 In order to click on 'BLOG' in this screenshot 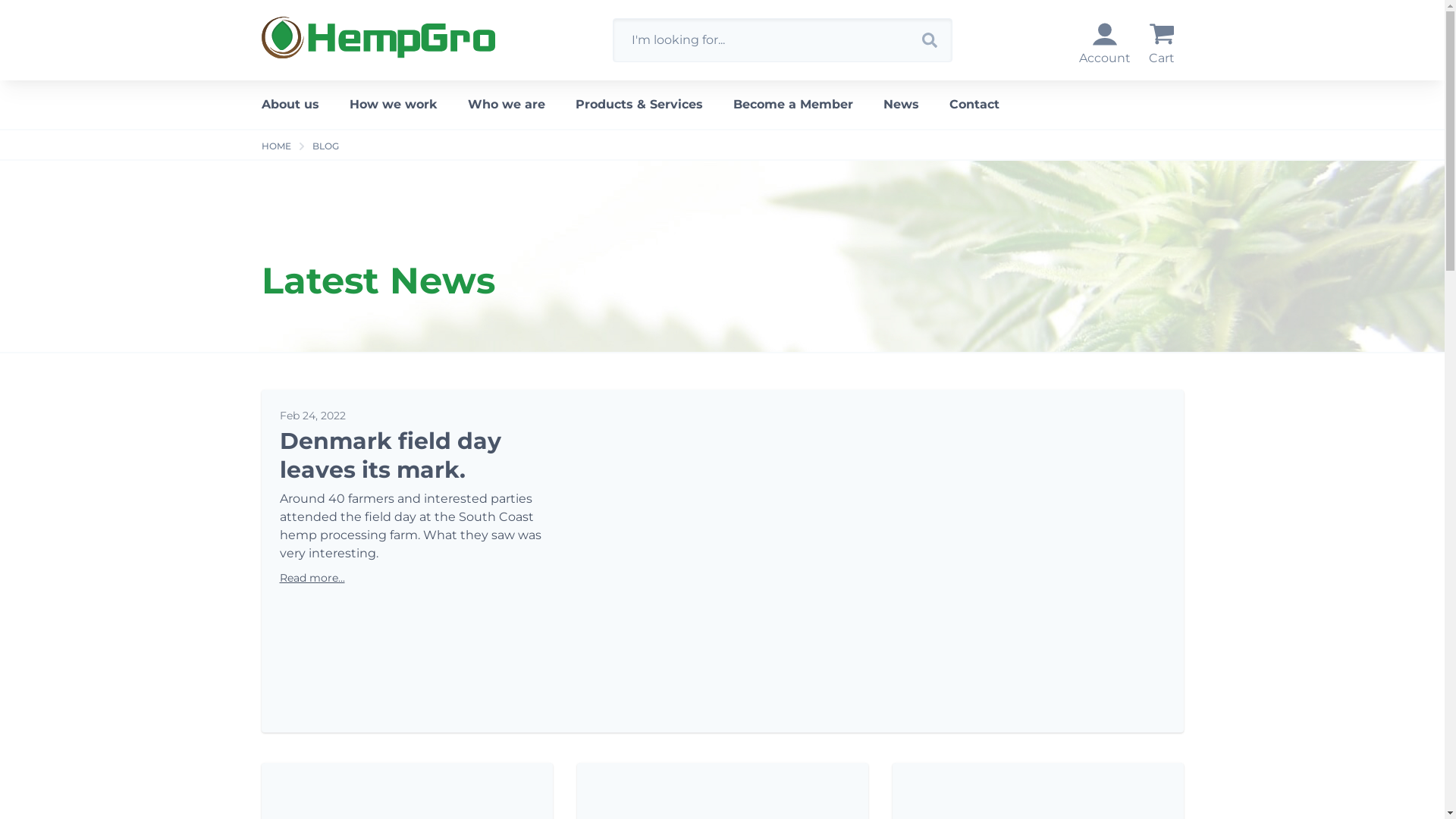, I will do `click(312, 146)`.